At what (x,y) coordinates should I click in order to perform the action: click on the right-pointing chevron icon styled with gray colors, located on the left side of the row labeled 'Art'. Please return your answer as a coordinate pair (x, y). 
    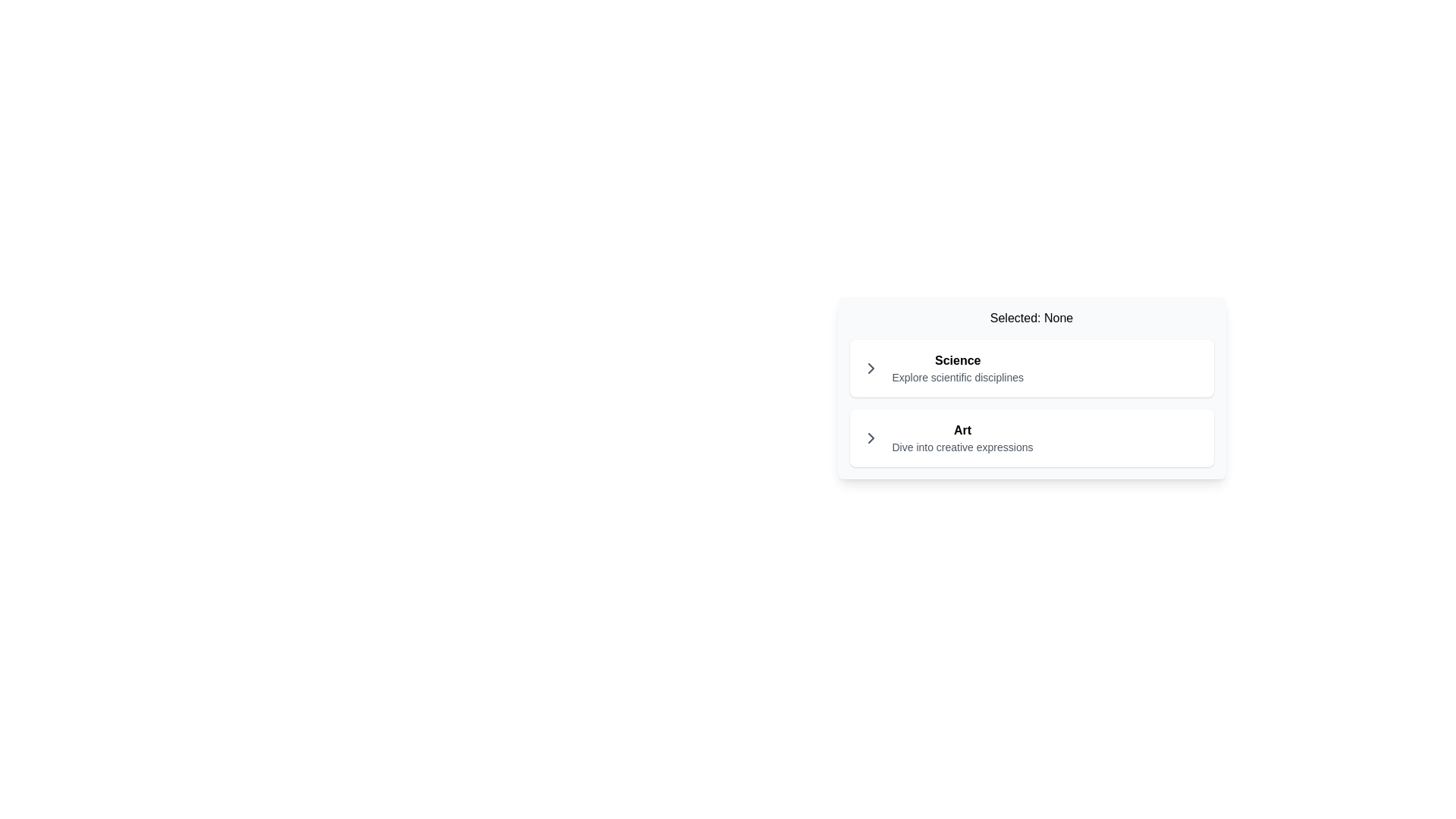
    Looking at the image, I should click on (871, 438).